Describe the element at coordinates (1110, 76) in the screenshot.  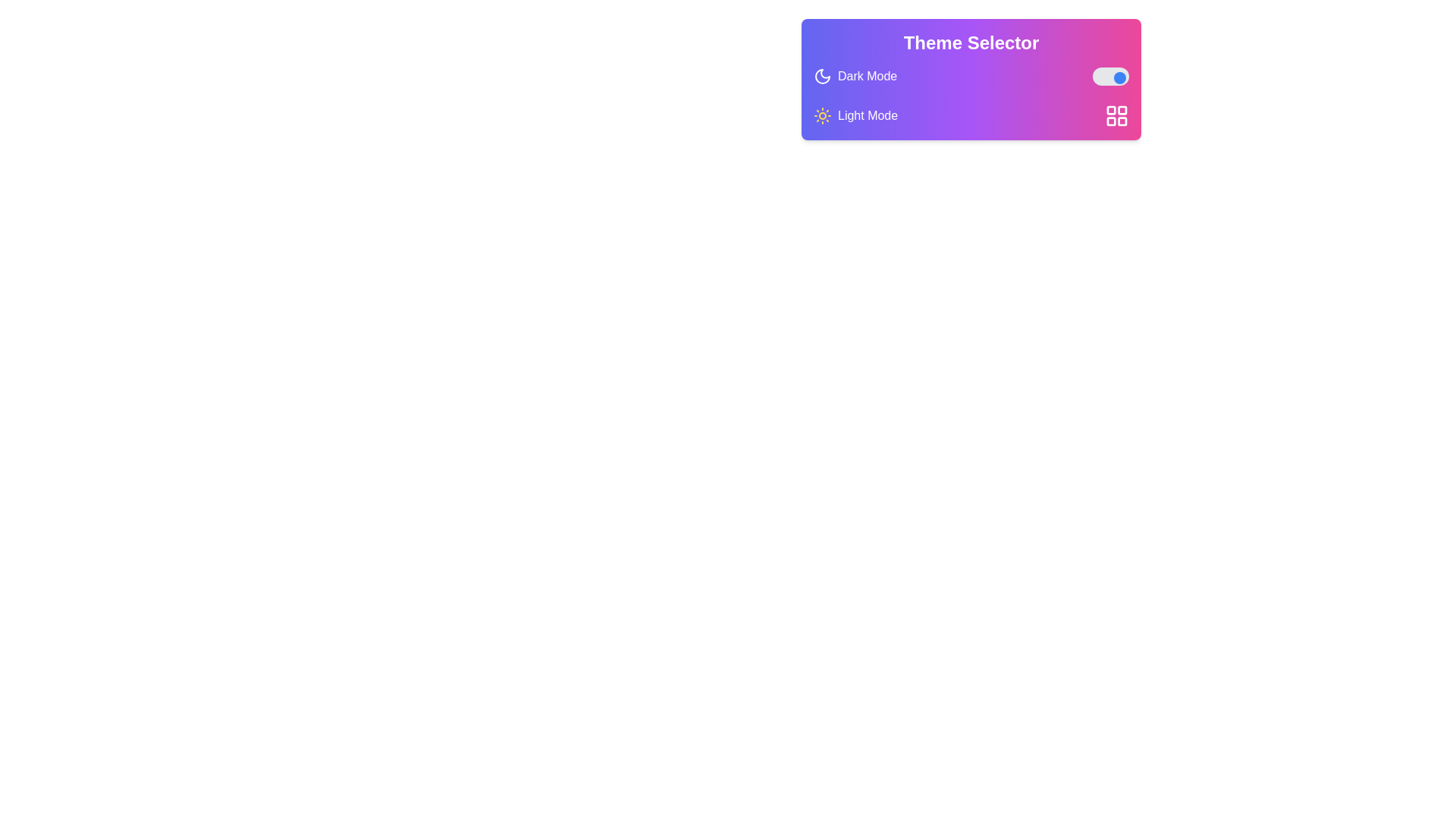
I see `the toggle switch for 'Dark Mode' located in the upper-right section of the Theme Selector layout` at that location.